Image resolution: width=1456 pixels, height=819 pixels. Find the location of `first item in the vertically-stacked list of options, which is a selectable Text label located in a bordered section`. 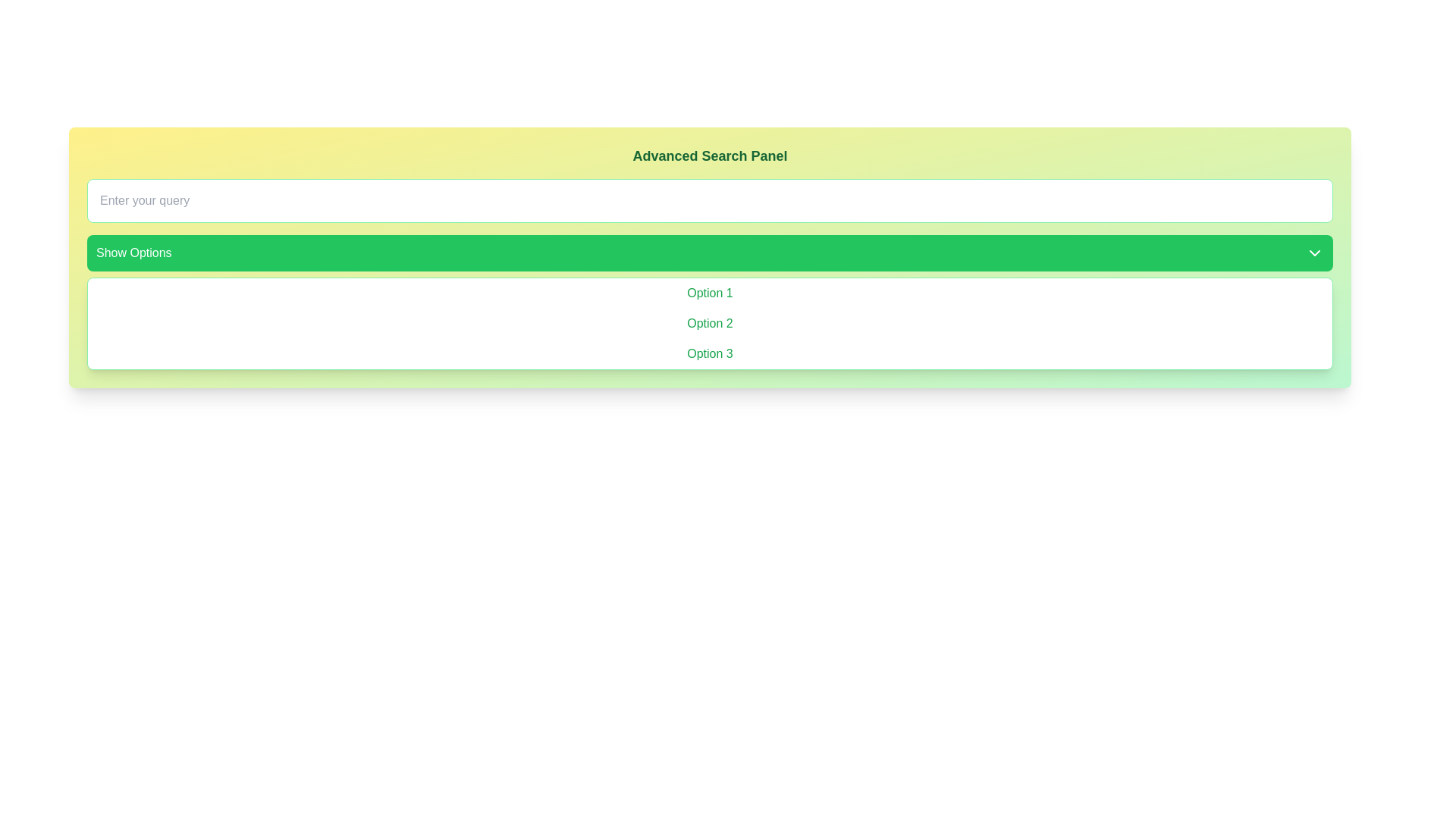

first item in the vertically-stacked list of options, which is a selectable Text label located in a bordered section is located at coordinates (709, 293).